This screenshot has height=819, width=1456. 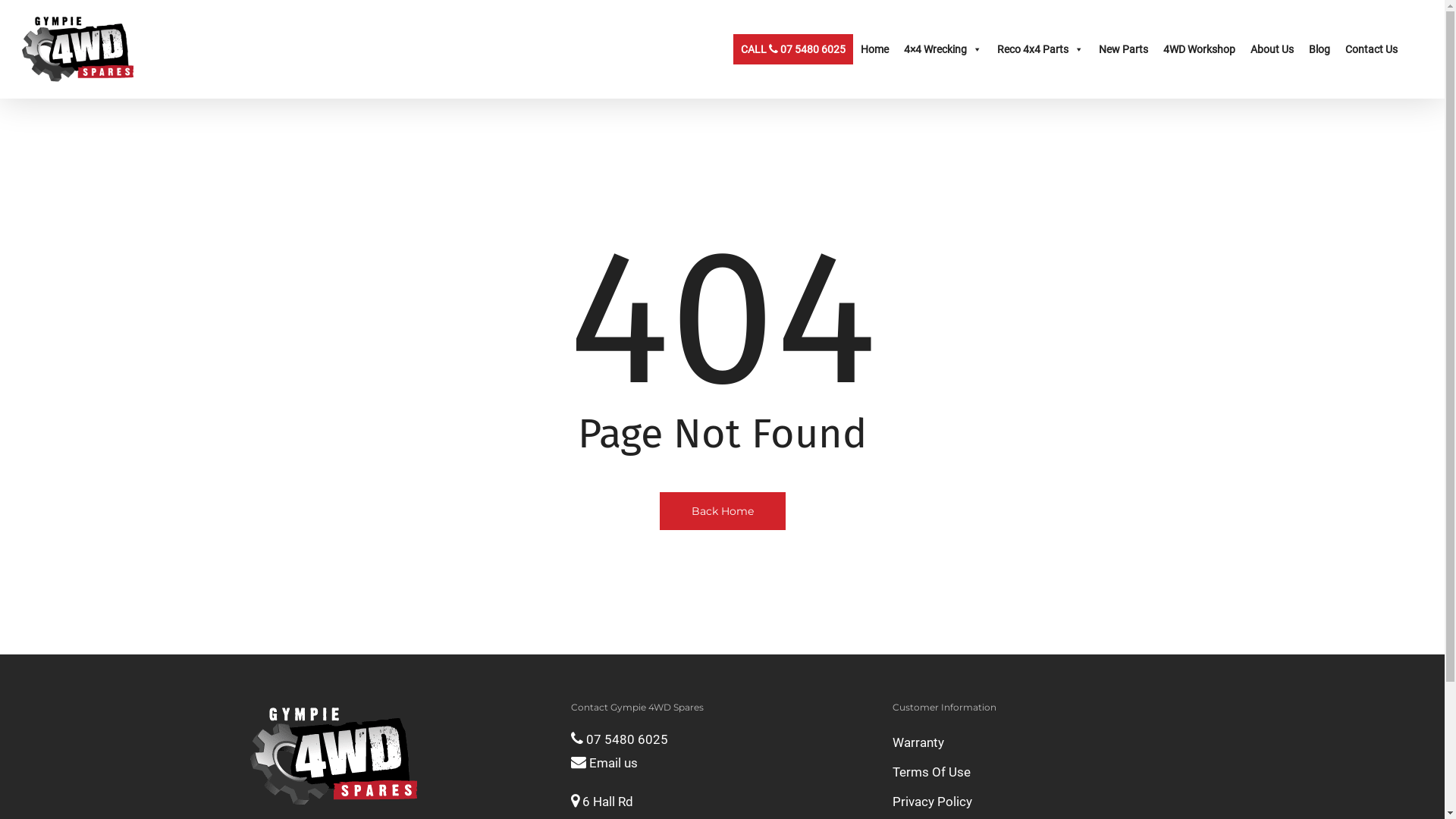 I want to click on 'Back Home', so click(x=722, y=510).